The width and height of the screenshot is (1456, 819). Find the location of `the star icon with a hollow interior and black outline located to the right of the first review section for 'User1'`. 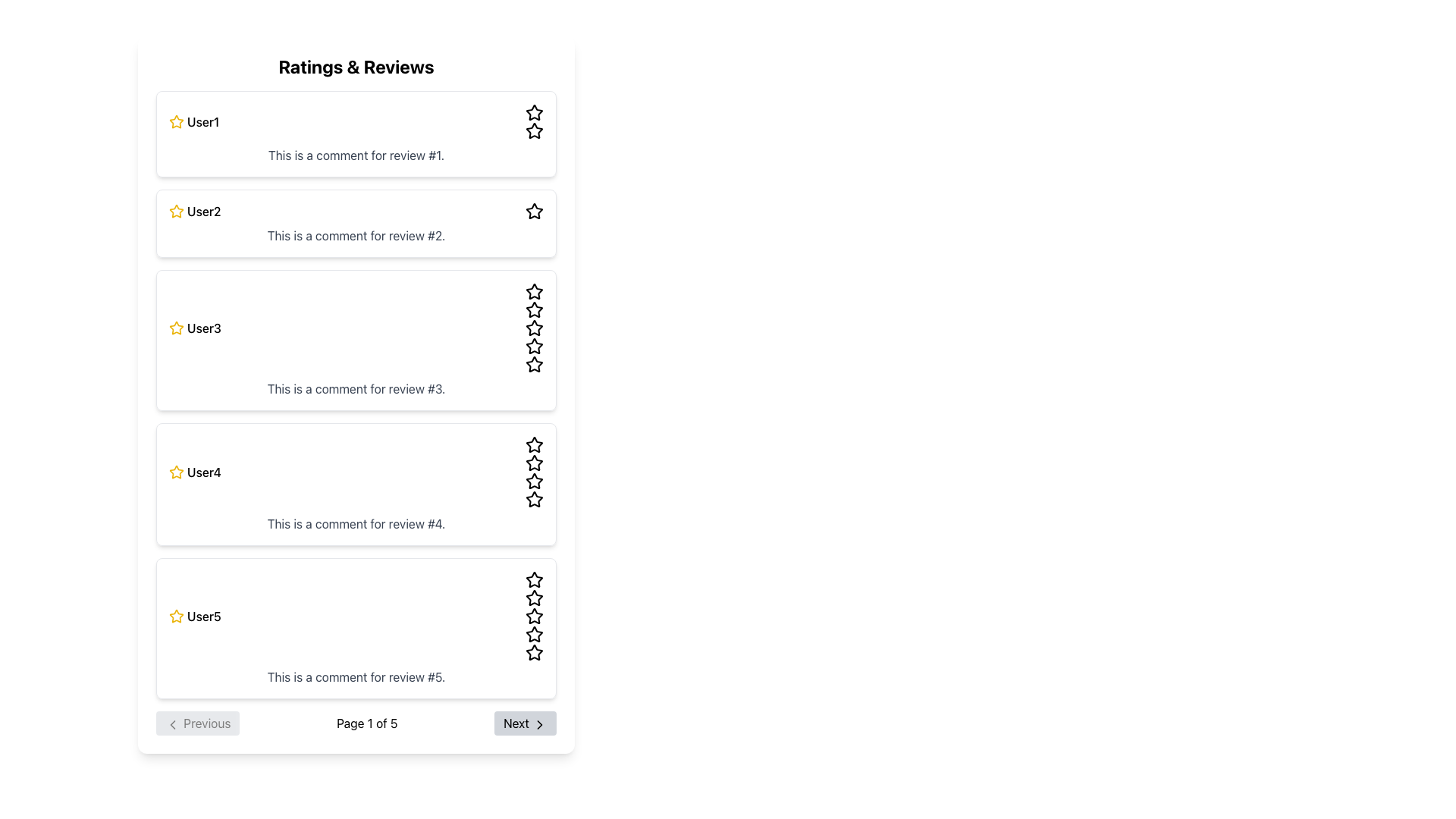

the star icon with a hollow interior and black outline located to the right of the first review section for 'User1' is located at coordinates (535, 112).